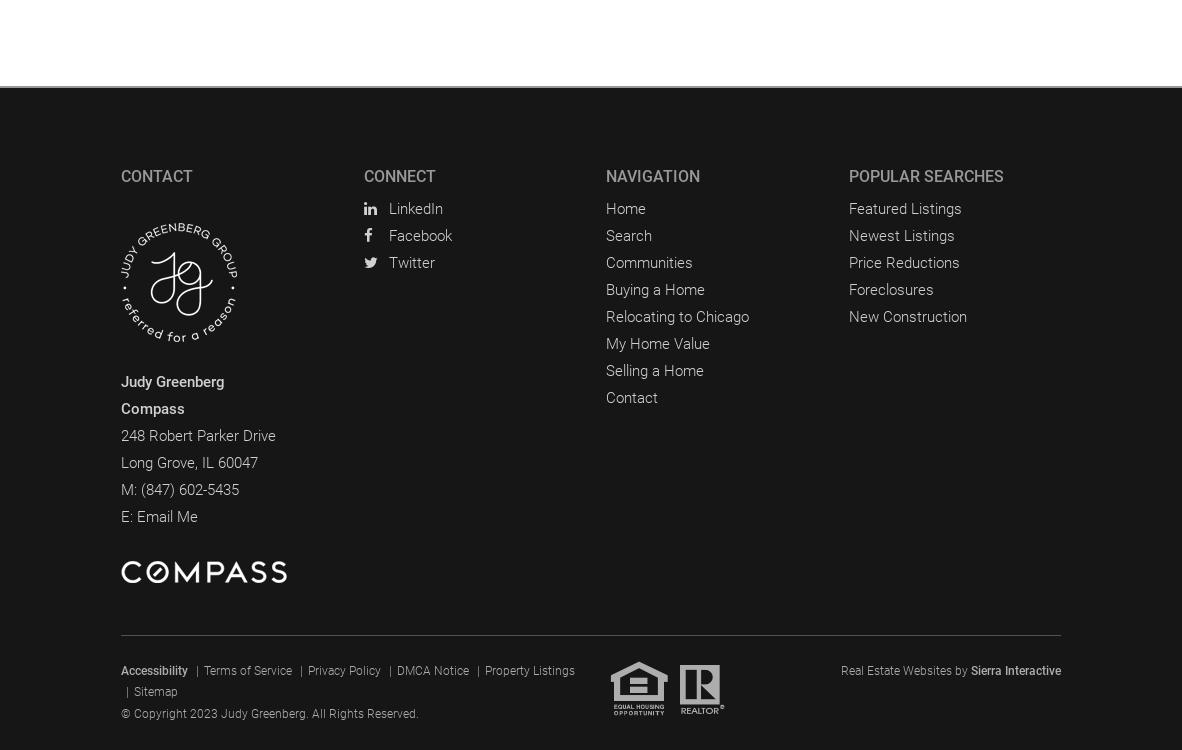  What do you see at coordinates (431, 669) in the screenshot?
I see `'DMCA Notice'` at bounding box center [431, 669].